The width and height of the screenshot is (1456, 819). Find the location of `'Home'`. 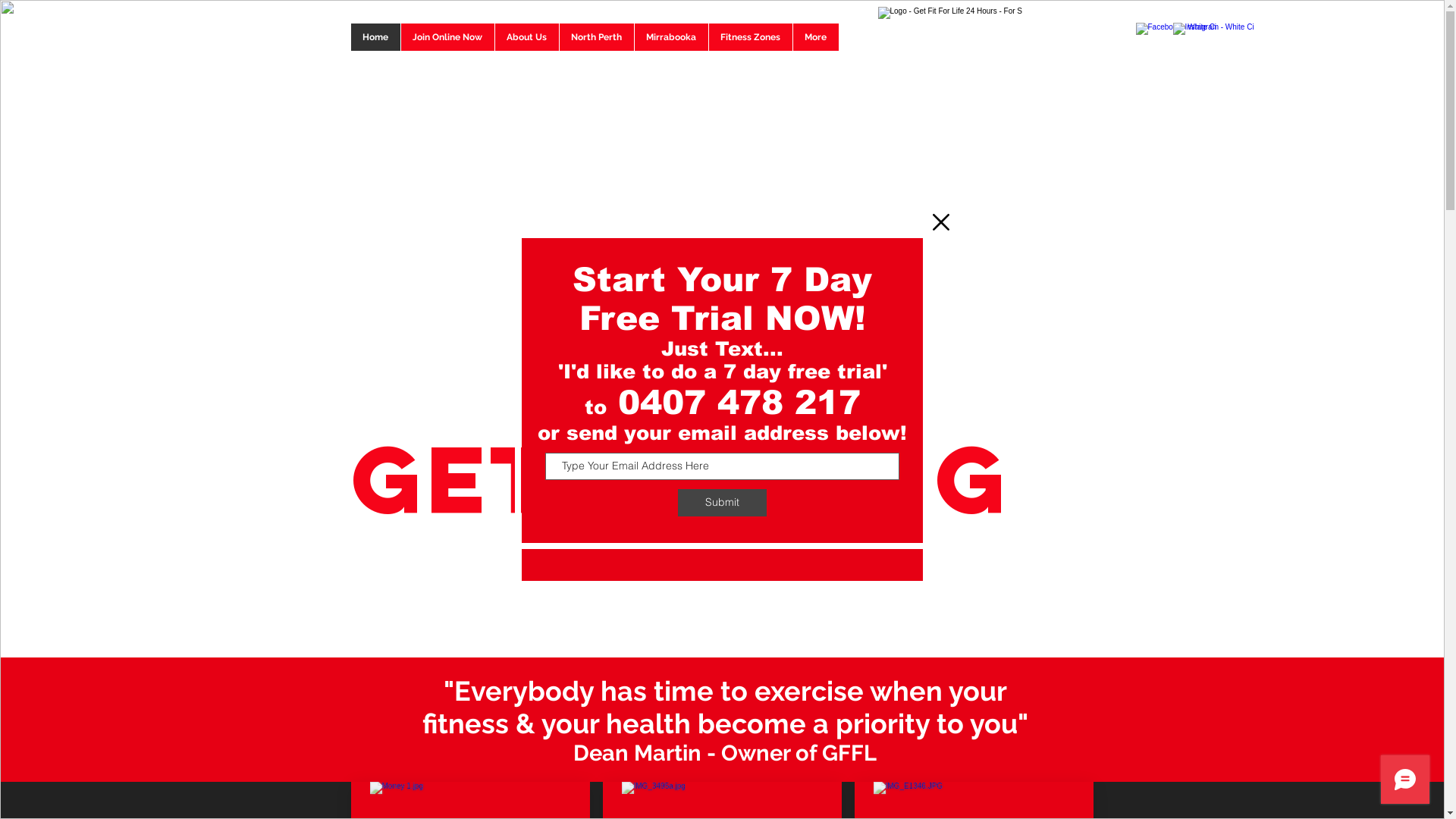

'Home' is located at coordinates (375, 36).